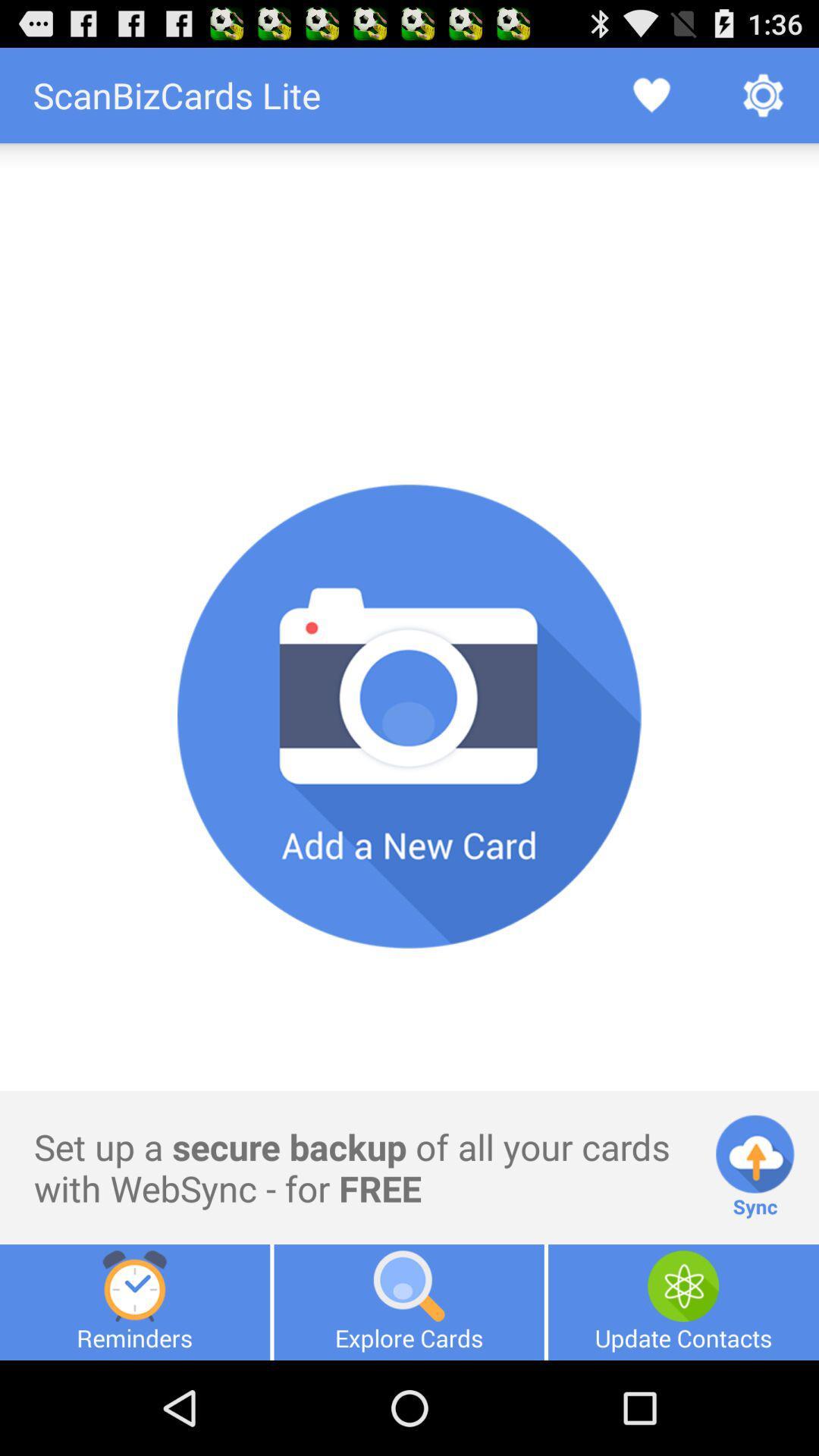  What do you see at coordinates (409, 192) in the screenshot?
I see `the icon at the top` at bounding box center [409, 192].